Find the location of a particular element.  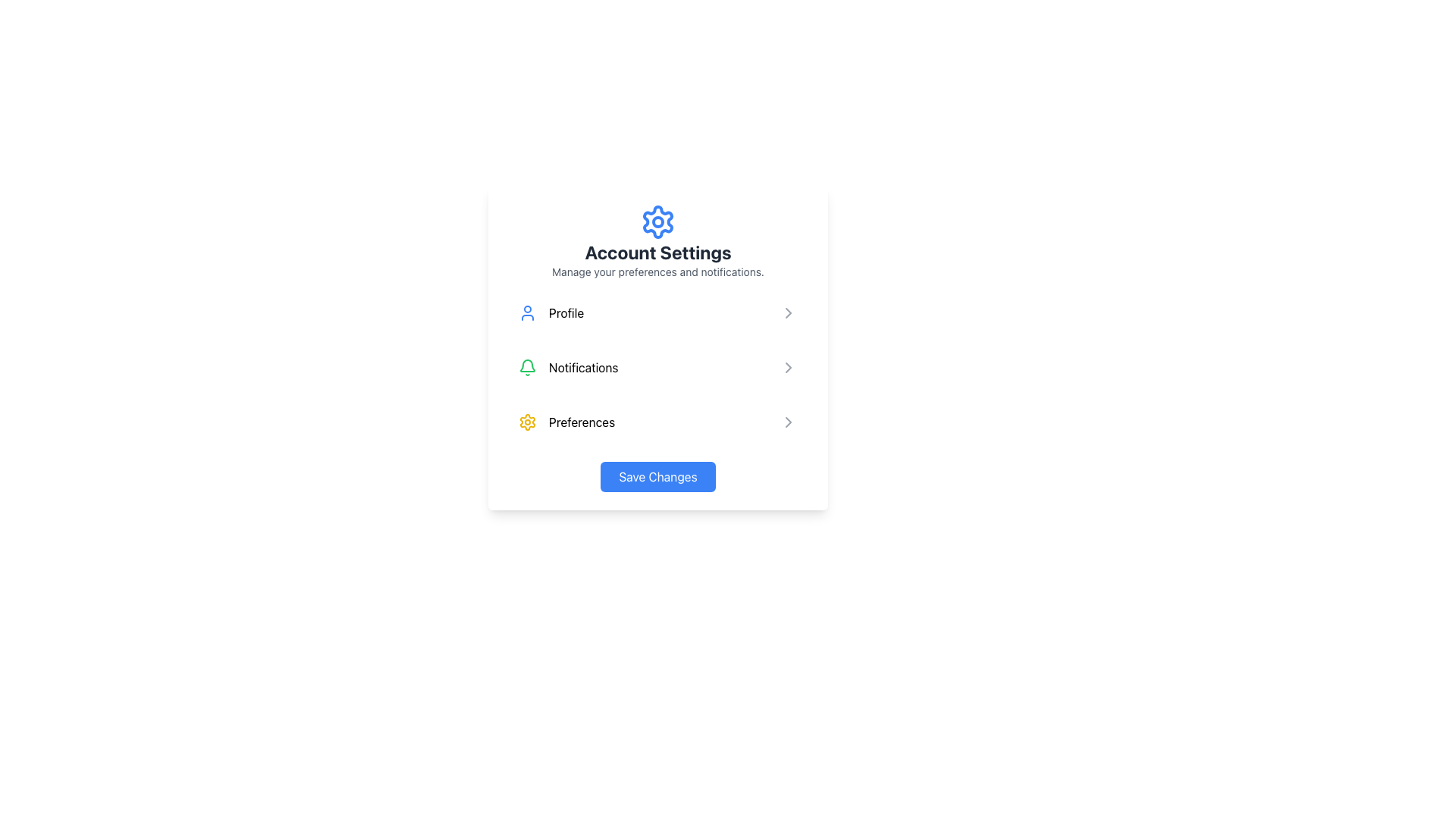

the navigational item list containing 'Profile', 'Notifications', and 'Preferences' is located at coordinates (658, 368).